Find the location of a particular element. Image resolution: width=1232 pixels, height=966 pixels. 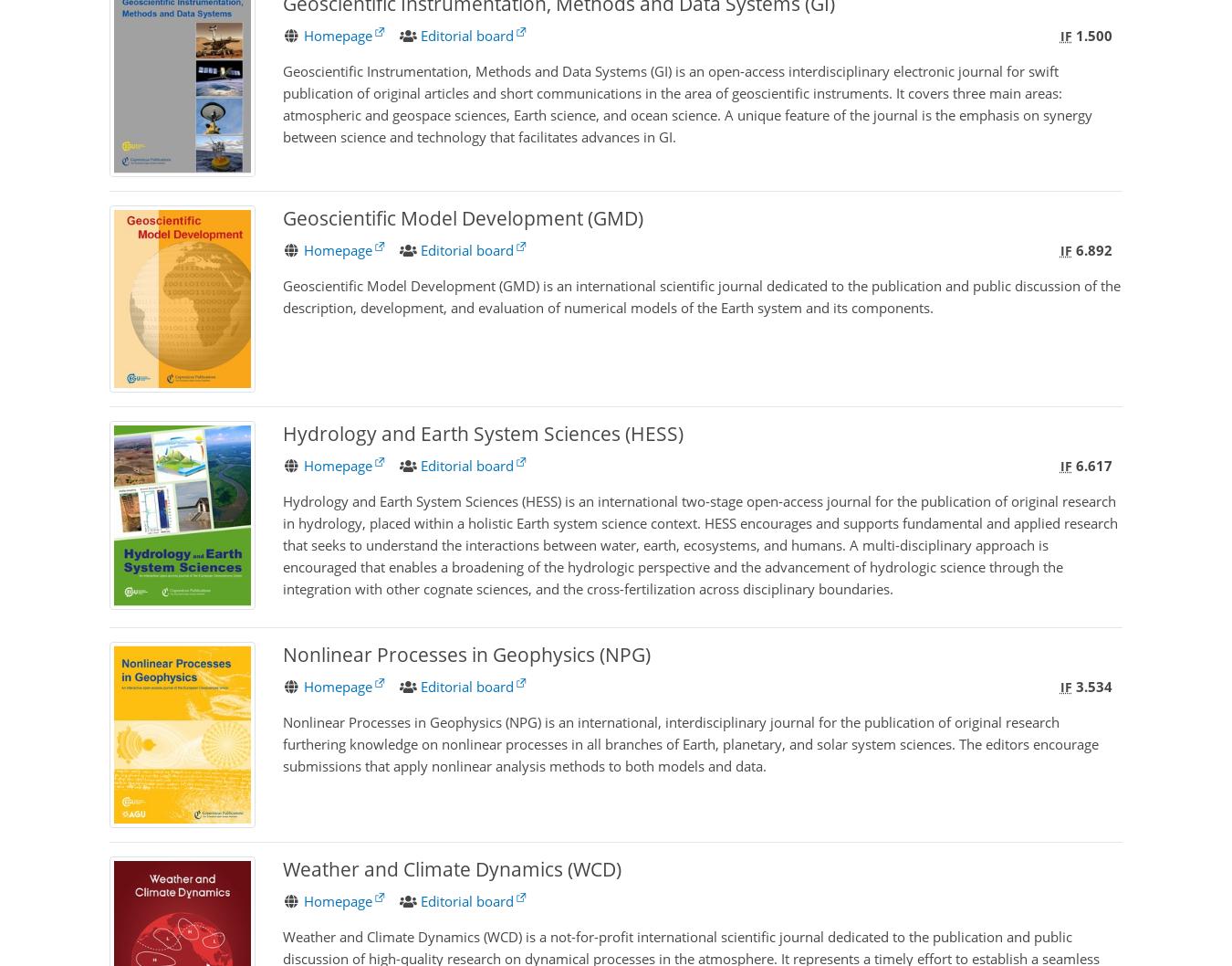

'WCD' is located at coordinates (501, 936).